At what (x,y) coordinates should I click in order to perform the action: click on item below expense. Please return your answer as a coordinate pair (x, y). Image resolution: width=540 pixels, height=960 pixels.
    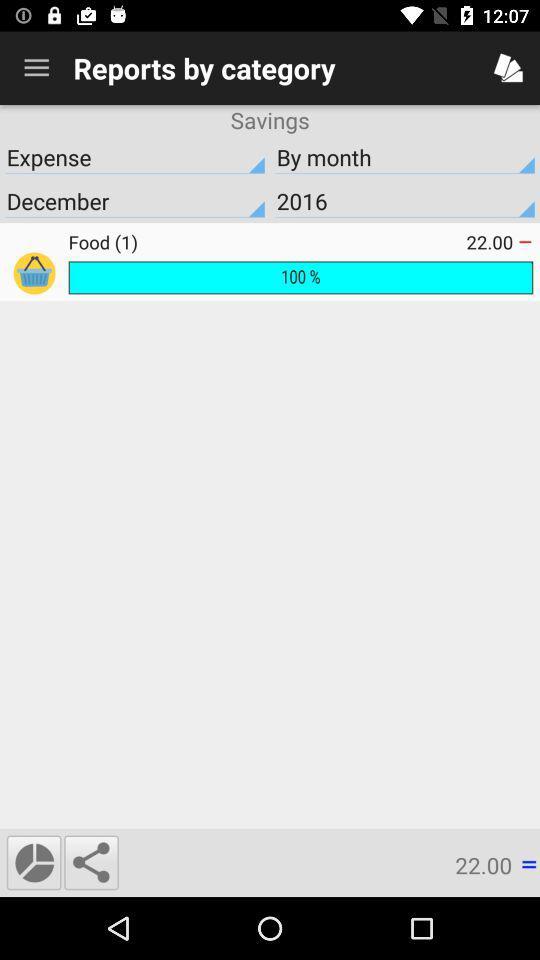
    Looking at the image, I should click on (135, 201).